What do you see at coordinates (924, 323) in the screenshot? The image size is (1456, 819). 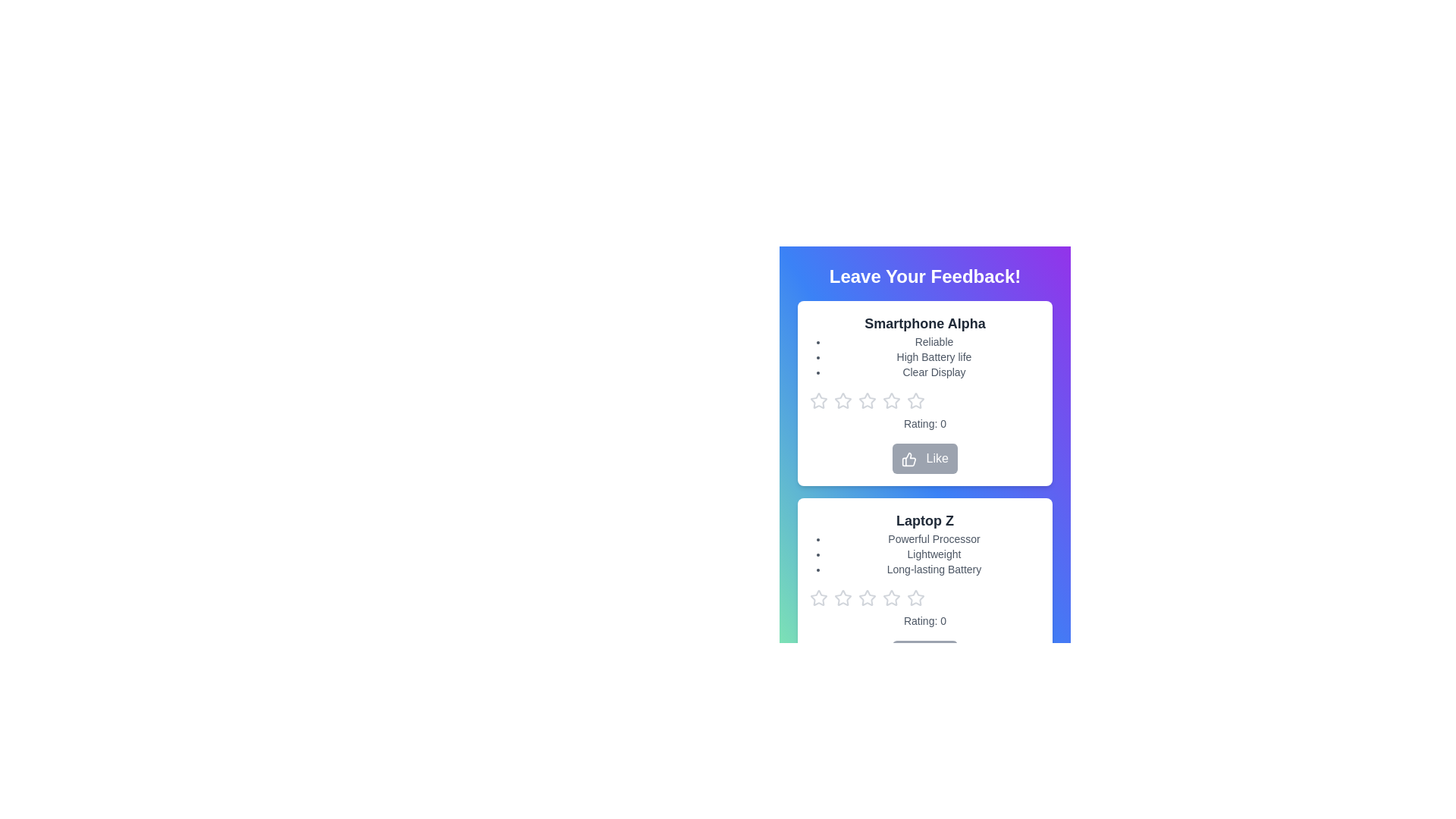 I see `the text label 'Smartphone Alpha' which is rendered in bold dark gray font at the top of a white rectangular card` at bounding box center [924, 323].